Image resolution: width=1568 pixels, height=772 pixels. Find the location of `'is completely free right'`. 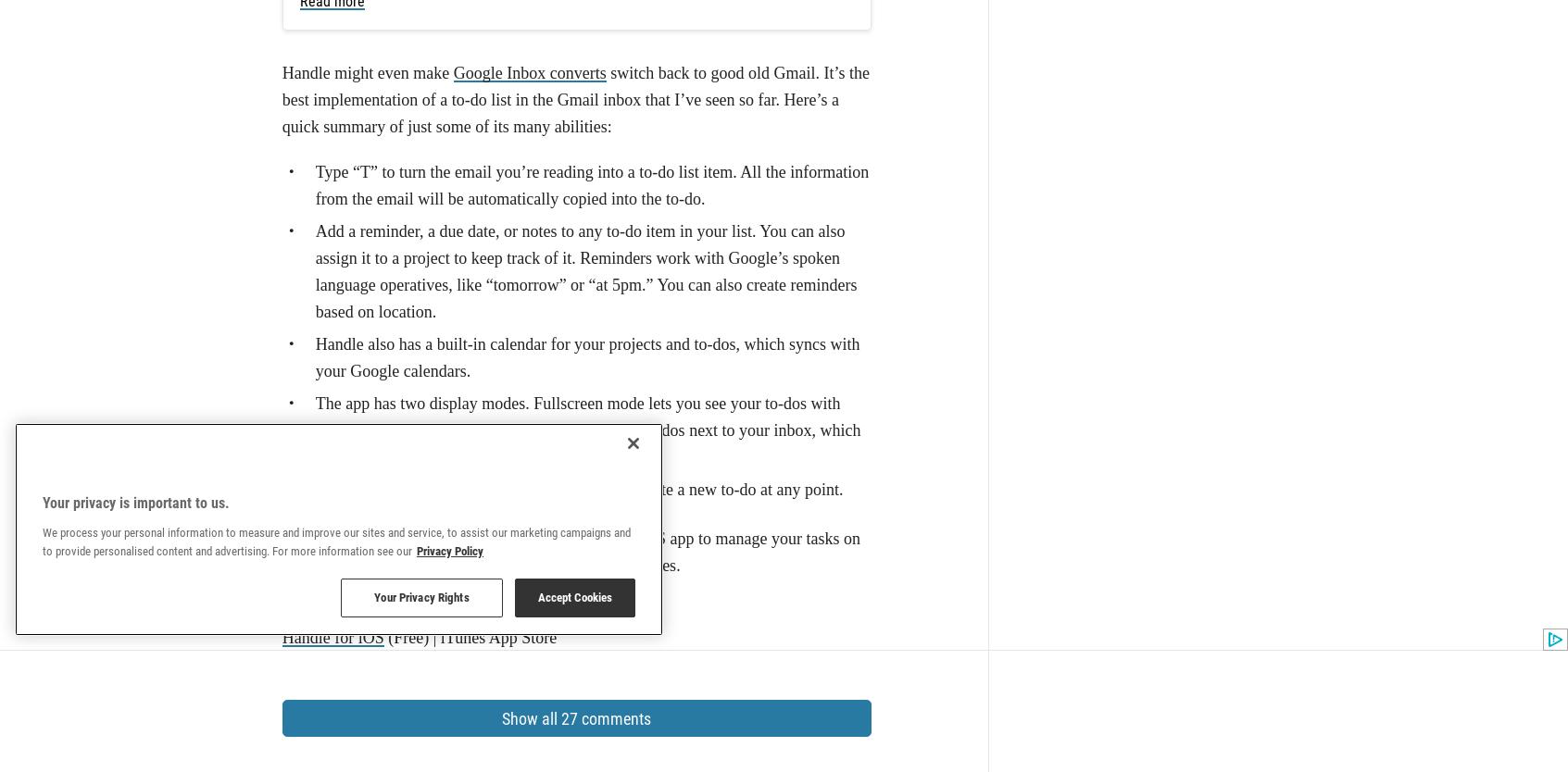

'is completely free right' is located at coordinates (330, 193).